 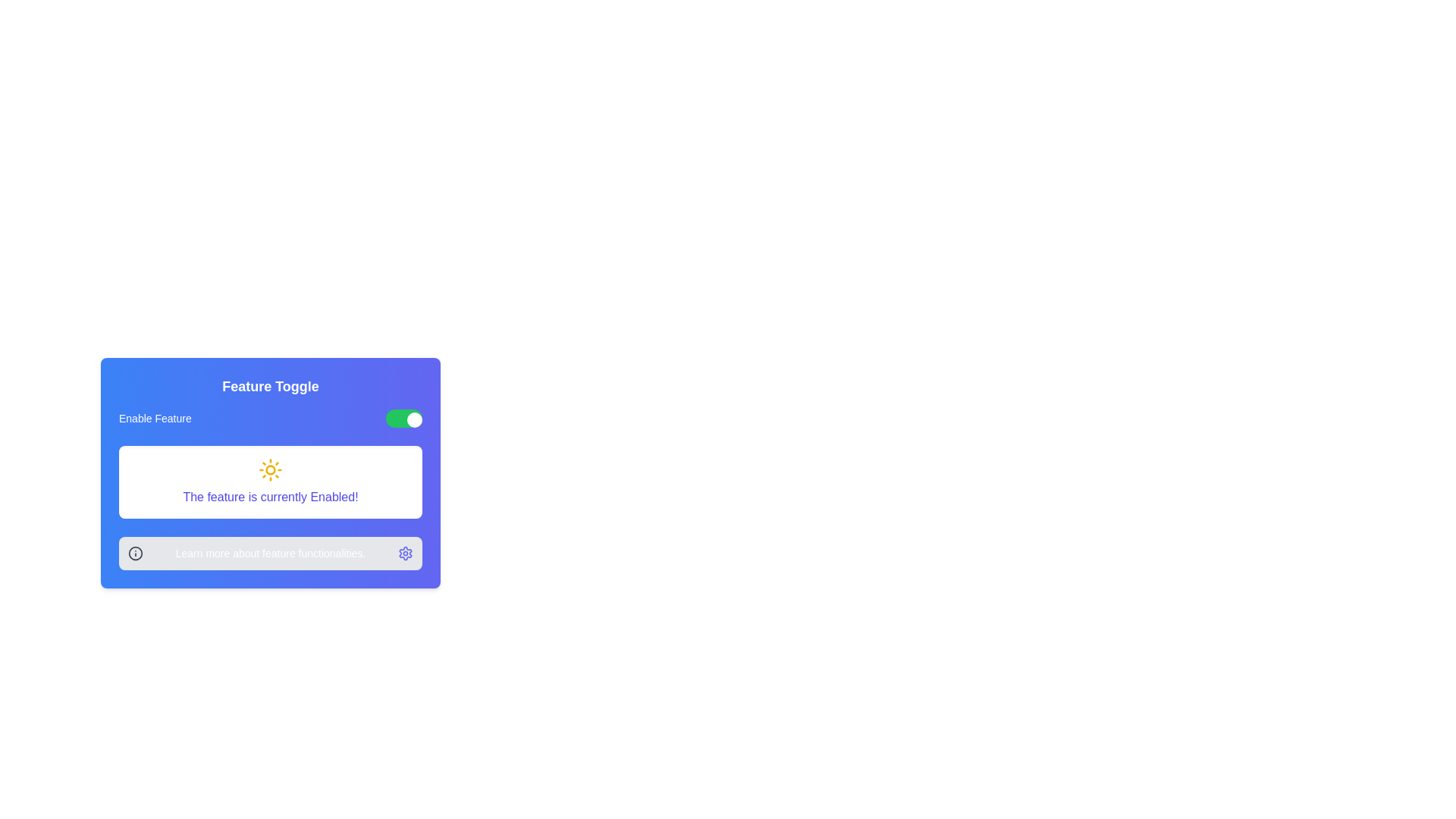 I want to click on the circular component located centrally within the sun icon, which is part of the interface containing the text 'The feature is currently Enabled!', so click(x=270, y=469).